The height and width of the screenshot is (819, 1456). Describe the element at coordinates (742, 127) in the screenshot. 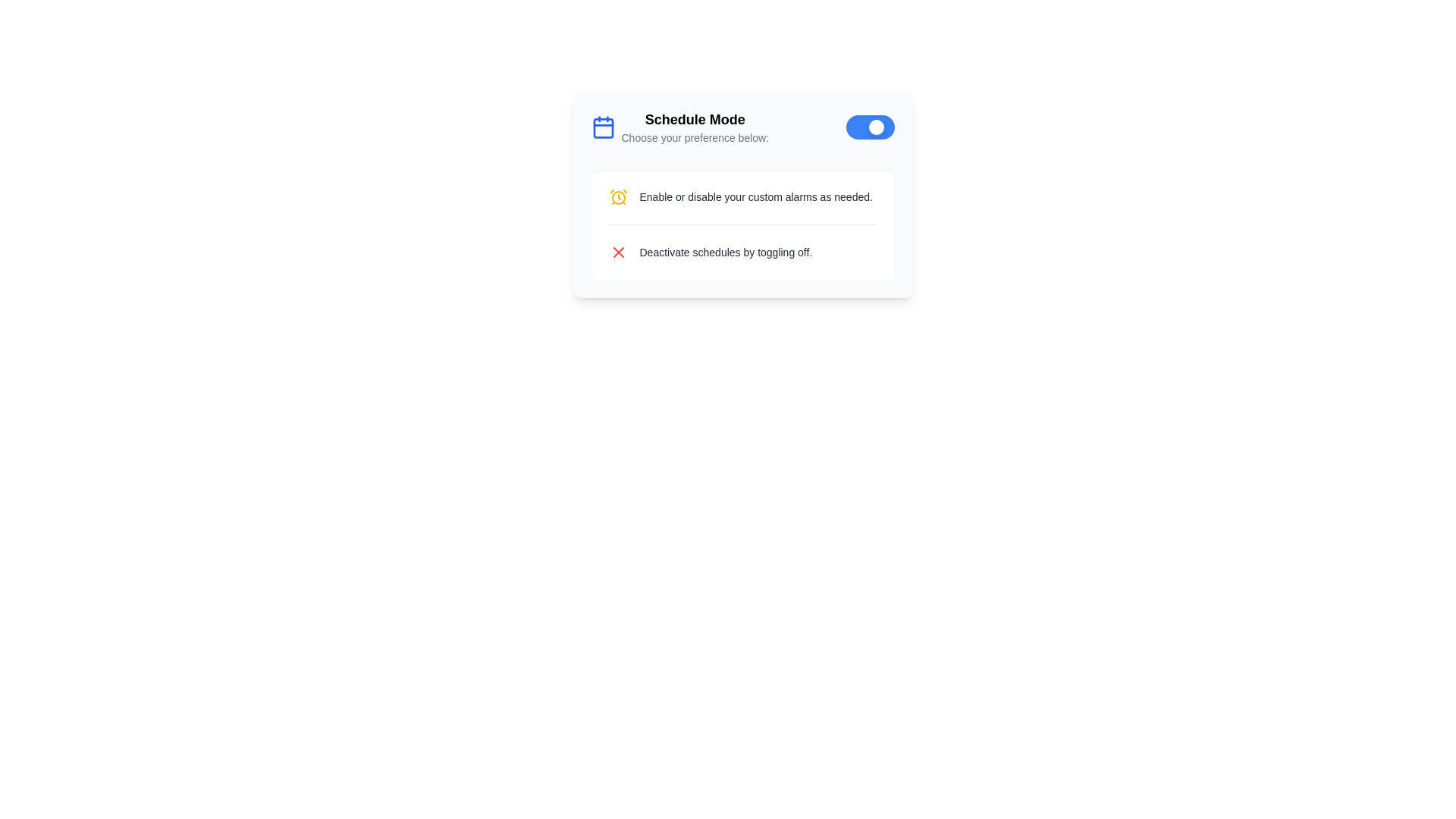

I see `the text header 'Schedule Mode' in the Composite element to trigger a tooltip if implemented` at that location.